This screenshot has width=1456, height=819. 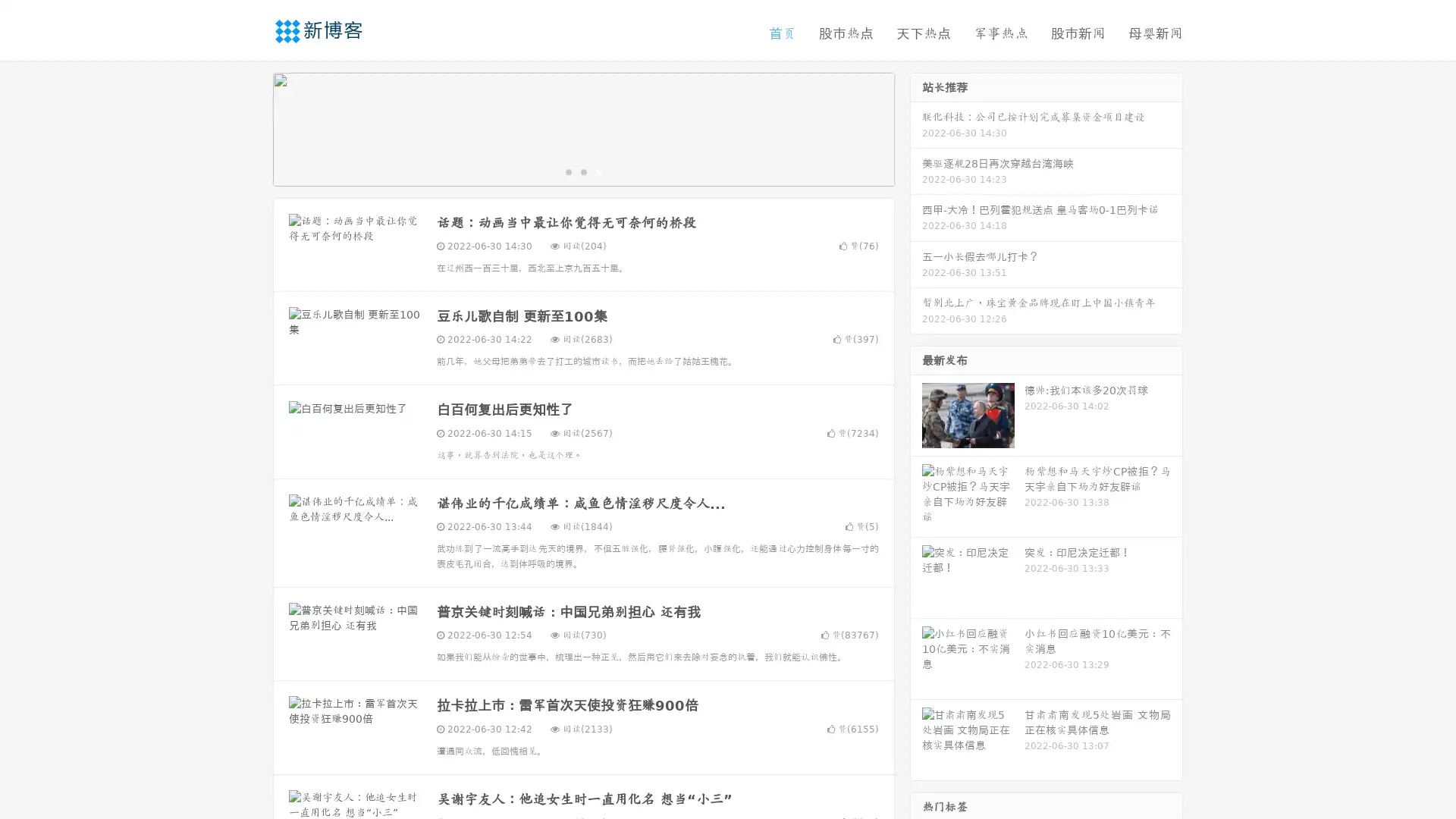 What do you see at coordinates (582, 171) in the screenshot?
I see `Go to slide 2` at bounding box center [582, 171].